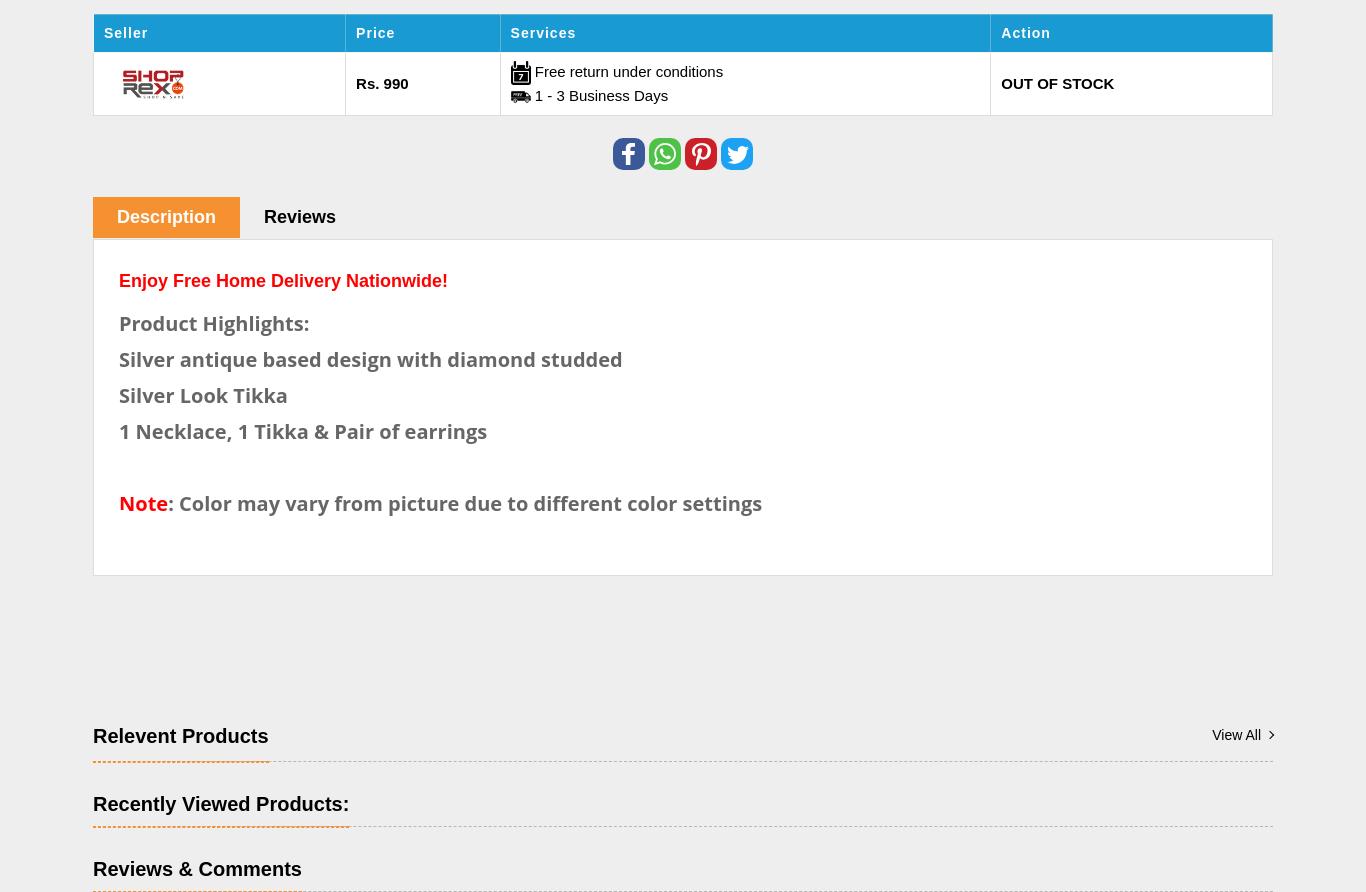 The width and height of the screenshot is (1366, 892). Describe the element at coordinates (117, 357) in the screenshot. I see `'Silver antique based design with diamond studded'` at that location.